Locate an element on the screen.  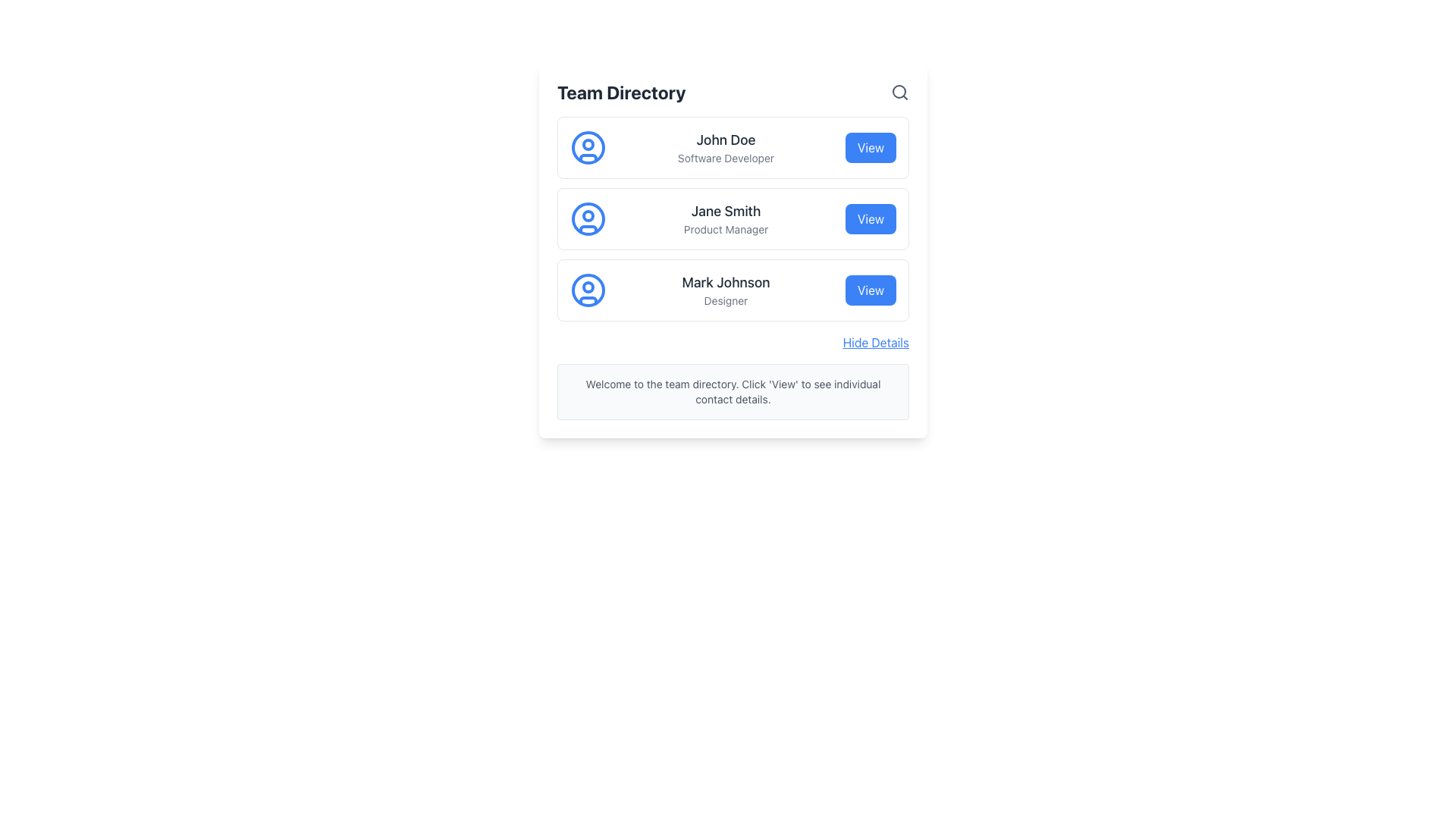
the text block displaying the name 'John Doe' and role 'Software Developer', located to the right of a blue circular user icon and to the left of the 'View' button in the topmost card of the 'Team Directory' is located at coordinates (725, 148).